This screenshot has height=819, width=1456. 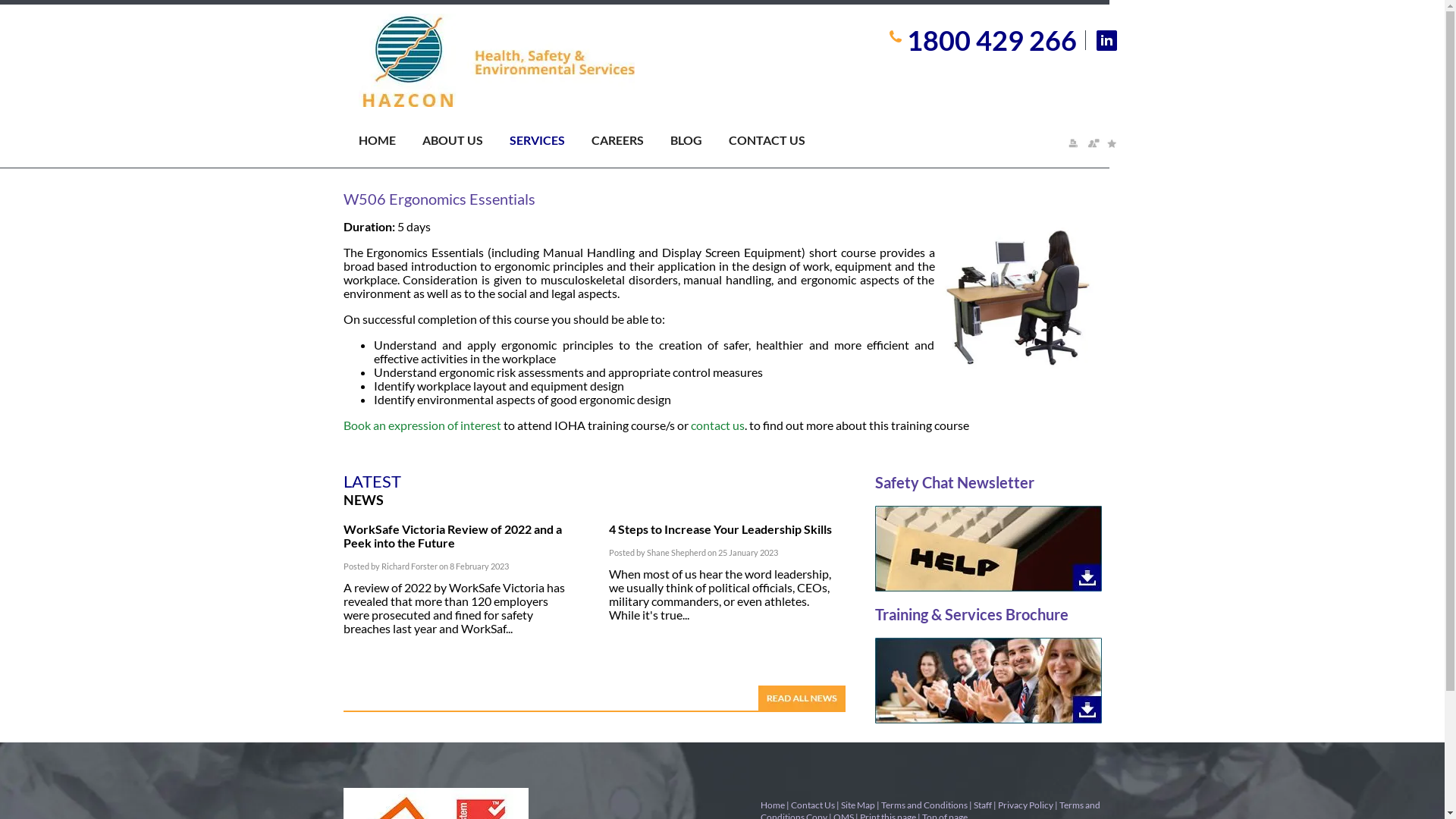 What do you see at coordinates (771, 804) in the screenshot?
I see `'Home'` at bounding box center [771, 804].